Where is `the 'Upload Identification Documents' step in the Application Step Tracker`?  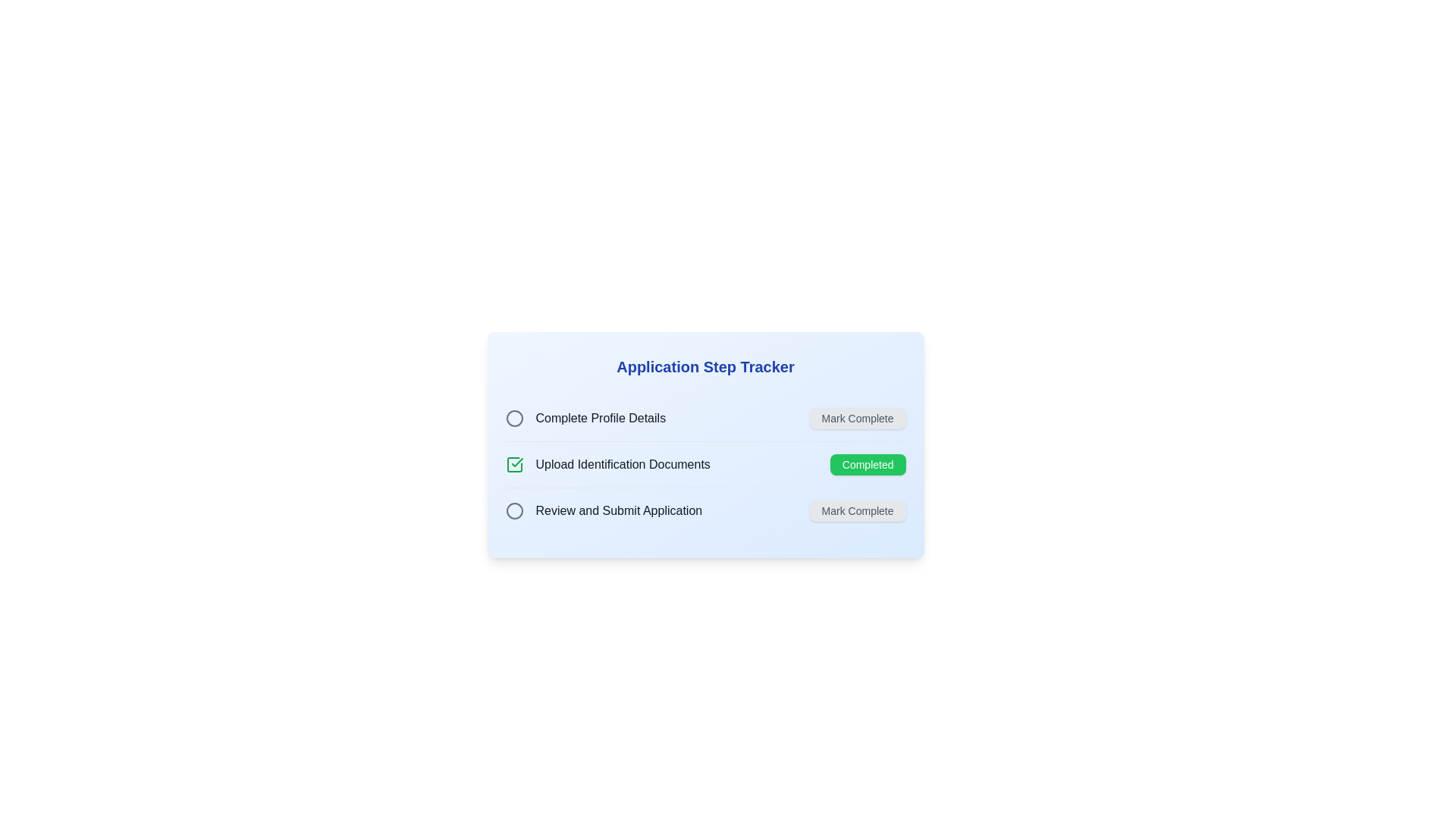
the 'Upload Identification Documents' step in the Application Step Tracker is located at coordinates (704, 444).